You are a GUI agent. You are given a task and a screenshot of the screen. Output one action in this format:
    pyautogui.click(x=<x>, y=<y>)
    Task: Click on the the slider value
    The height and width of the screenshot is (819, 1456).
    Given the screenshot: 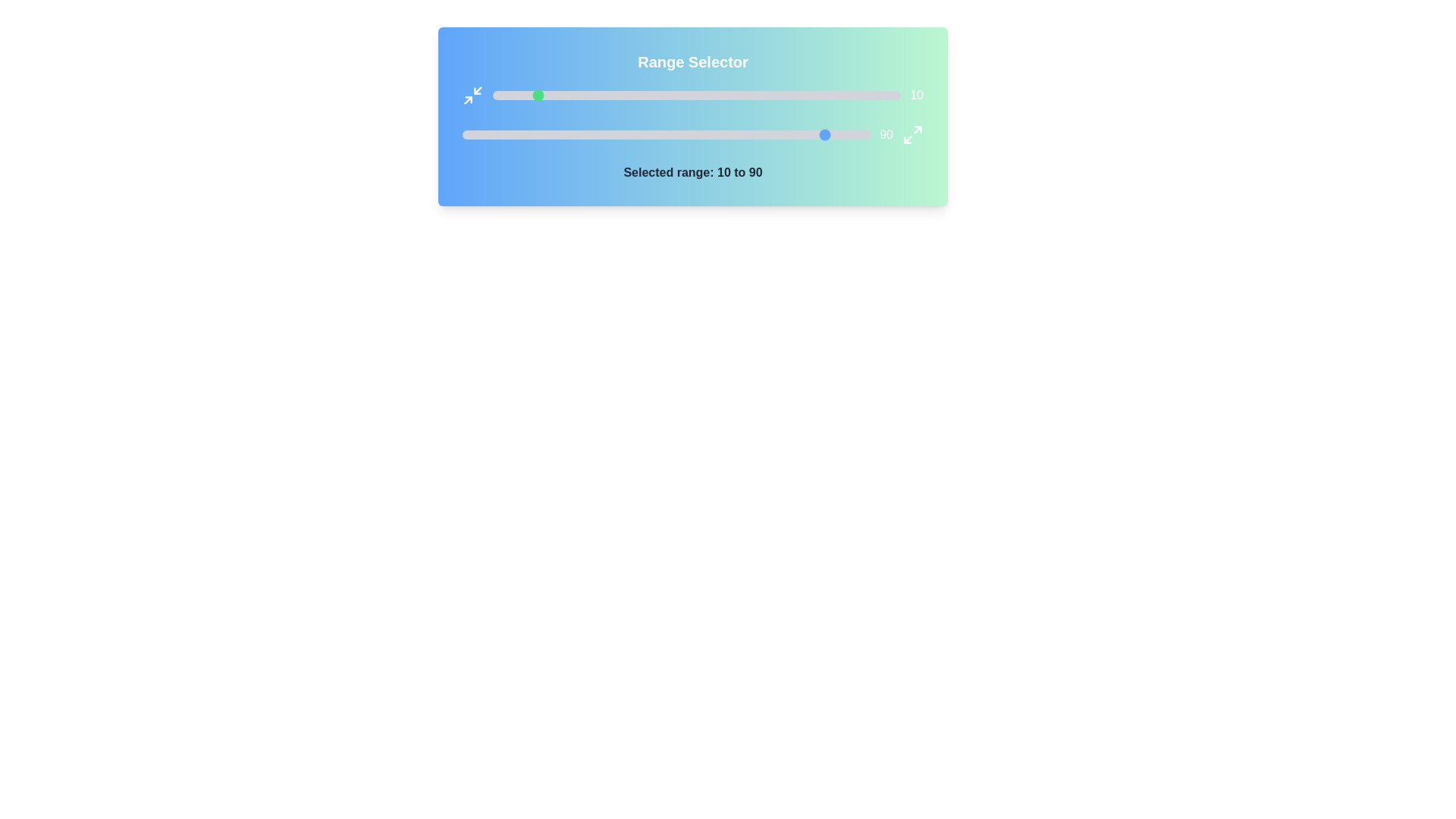 What is the action you would take?
    pyautogui.click(x=507, y=133)
    